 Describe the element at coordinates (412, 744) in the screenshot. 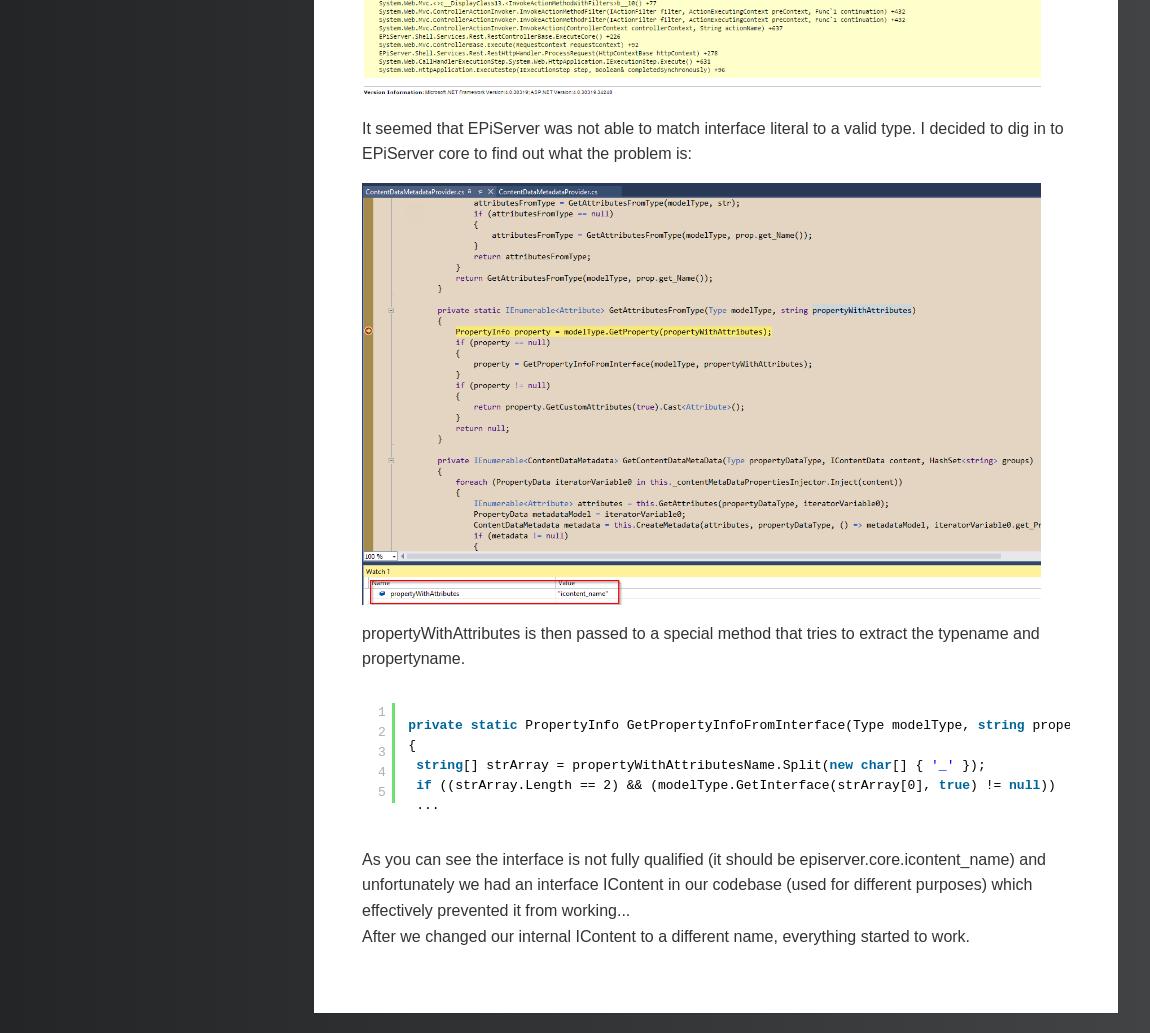

I see `'{'` at that location.